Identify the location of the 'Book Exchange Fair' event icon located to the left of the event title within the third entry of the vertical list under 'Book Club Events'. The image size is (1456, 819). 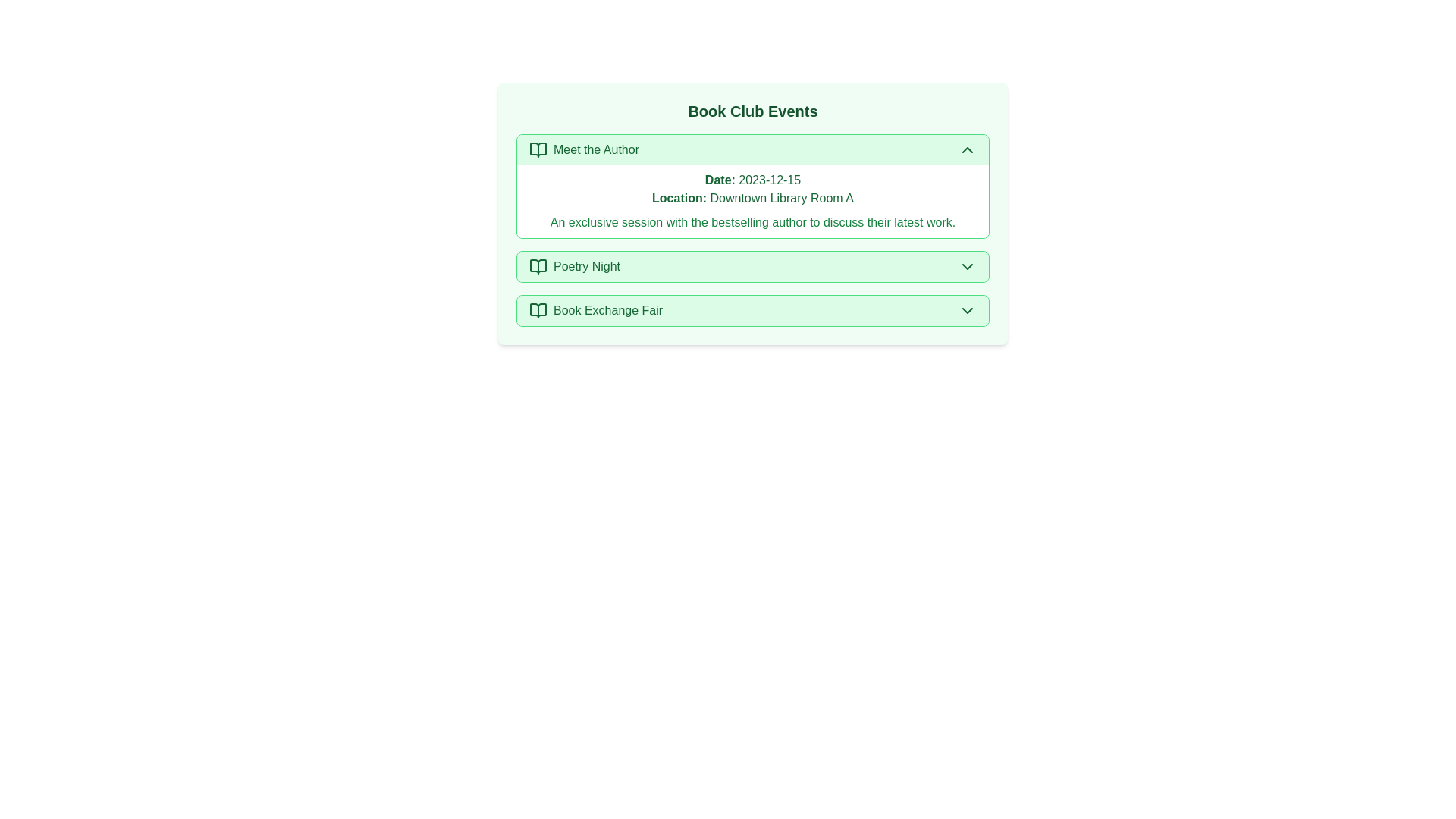
(538, 309).